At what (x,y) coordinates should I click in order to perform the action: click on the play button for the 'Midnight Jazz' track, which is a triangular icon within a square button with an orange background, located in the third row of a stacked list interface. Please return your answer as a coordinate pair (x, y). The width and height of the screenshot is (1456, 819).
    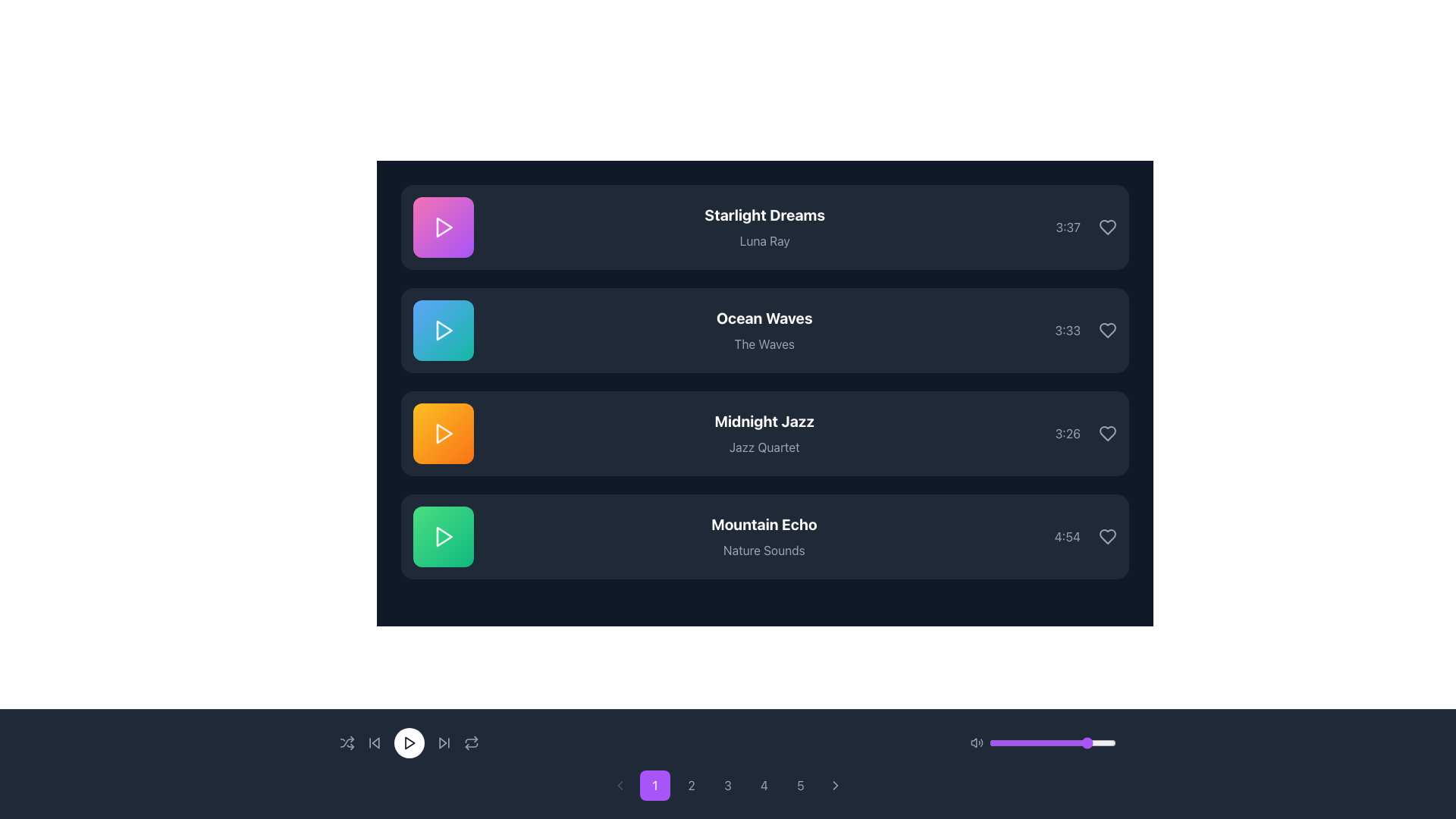
    Looking at the image, I should click on (444, 433).